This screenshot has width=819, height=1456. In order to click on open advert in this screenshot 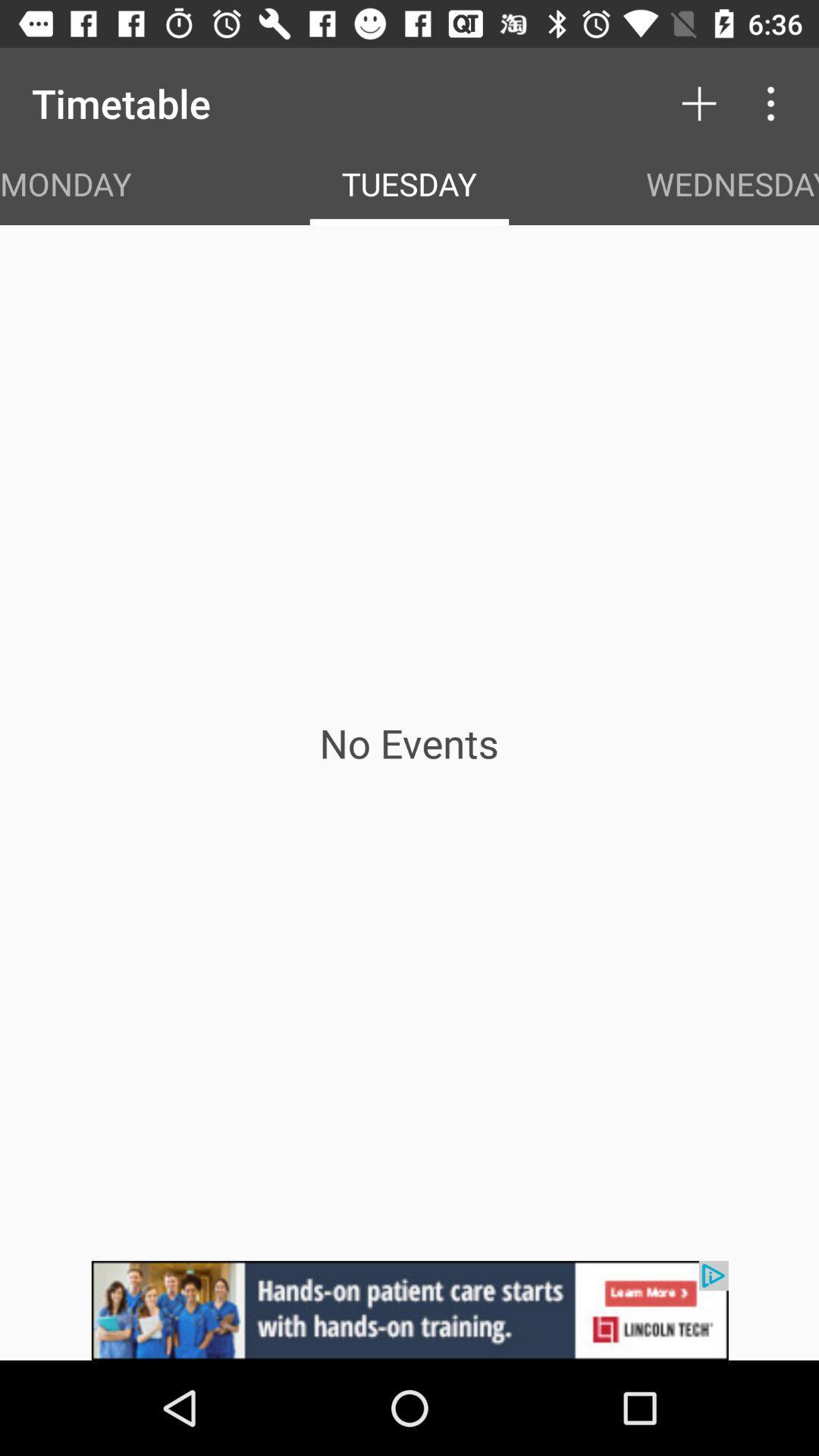, I will do `click(409, 1310)`.